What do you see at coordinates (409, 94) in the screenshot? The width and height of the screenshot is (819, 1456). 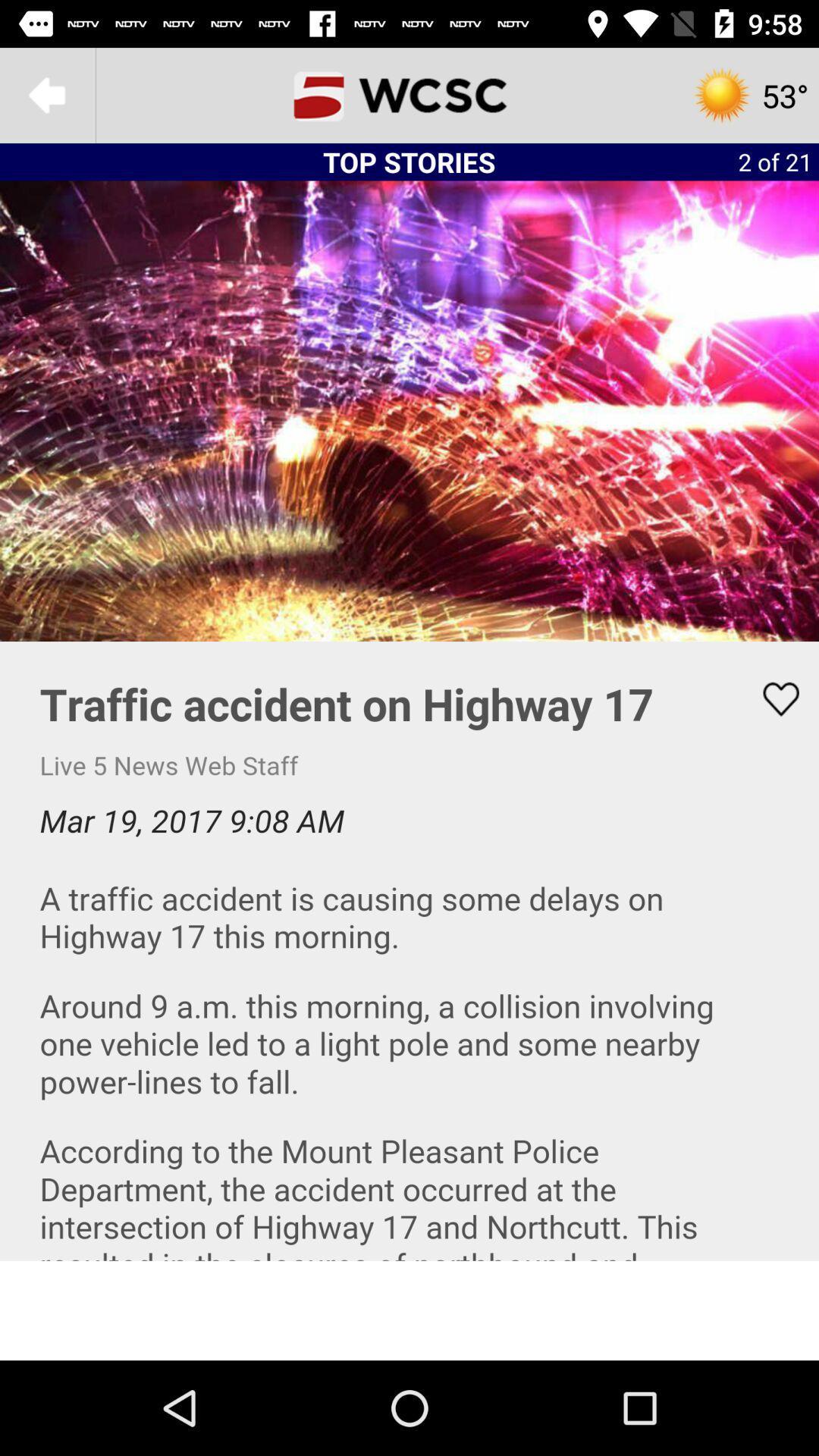 I see `the home page` at bounding box center [409, 94].